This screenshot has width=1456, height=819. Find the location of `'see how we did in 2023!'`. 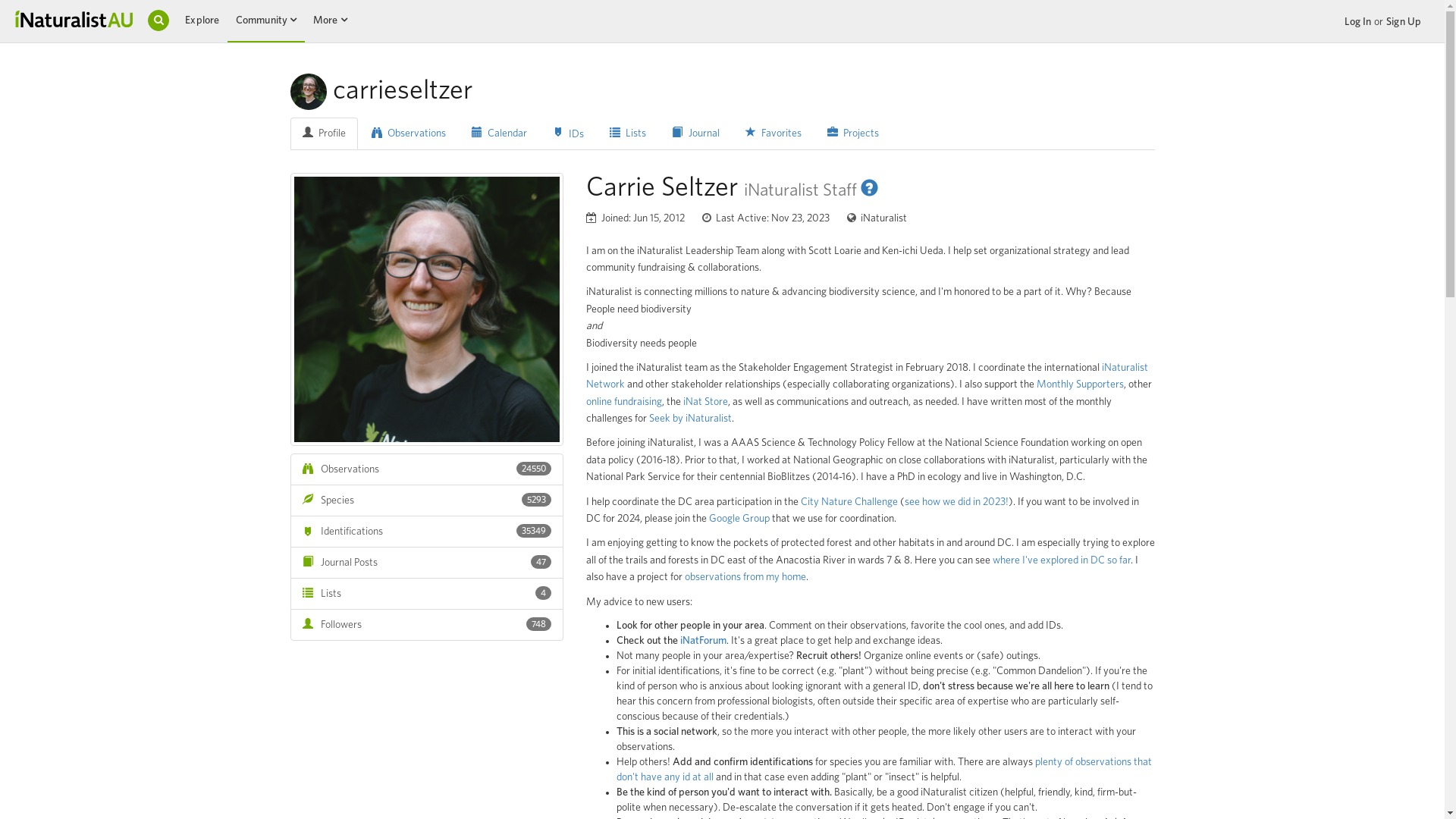

'see how we did in 2023!' is located at coordinates (955, 502).